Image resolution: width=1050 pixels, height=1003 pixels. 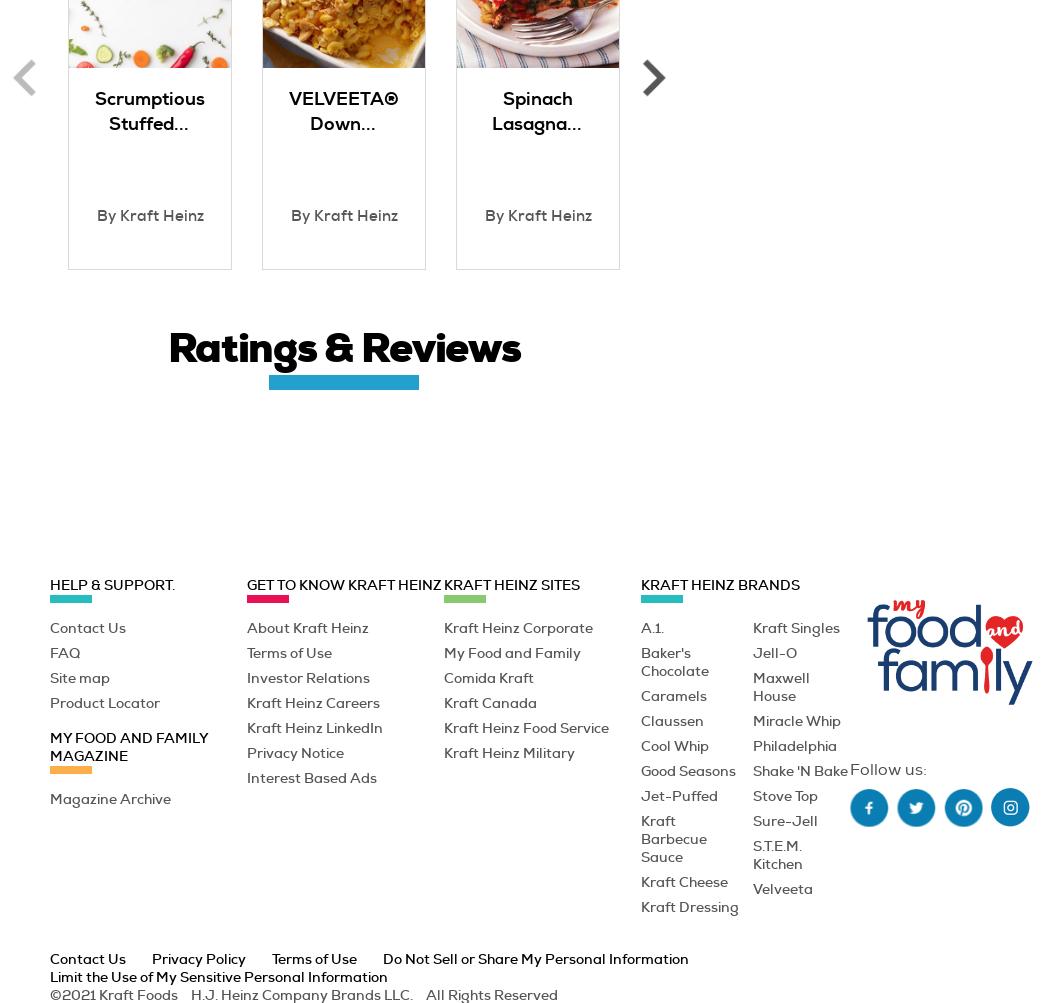 What do you see at coordinates (510, 583) in the screenshot?
I see `'KRAFT HEINZ SITES'` at bounding box center [510, 583].